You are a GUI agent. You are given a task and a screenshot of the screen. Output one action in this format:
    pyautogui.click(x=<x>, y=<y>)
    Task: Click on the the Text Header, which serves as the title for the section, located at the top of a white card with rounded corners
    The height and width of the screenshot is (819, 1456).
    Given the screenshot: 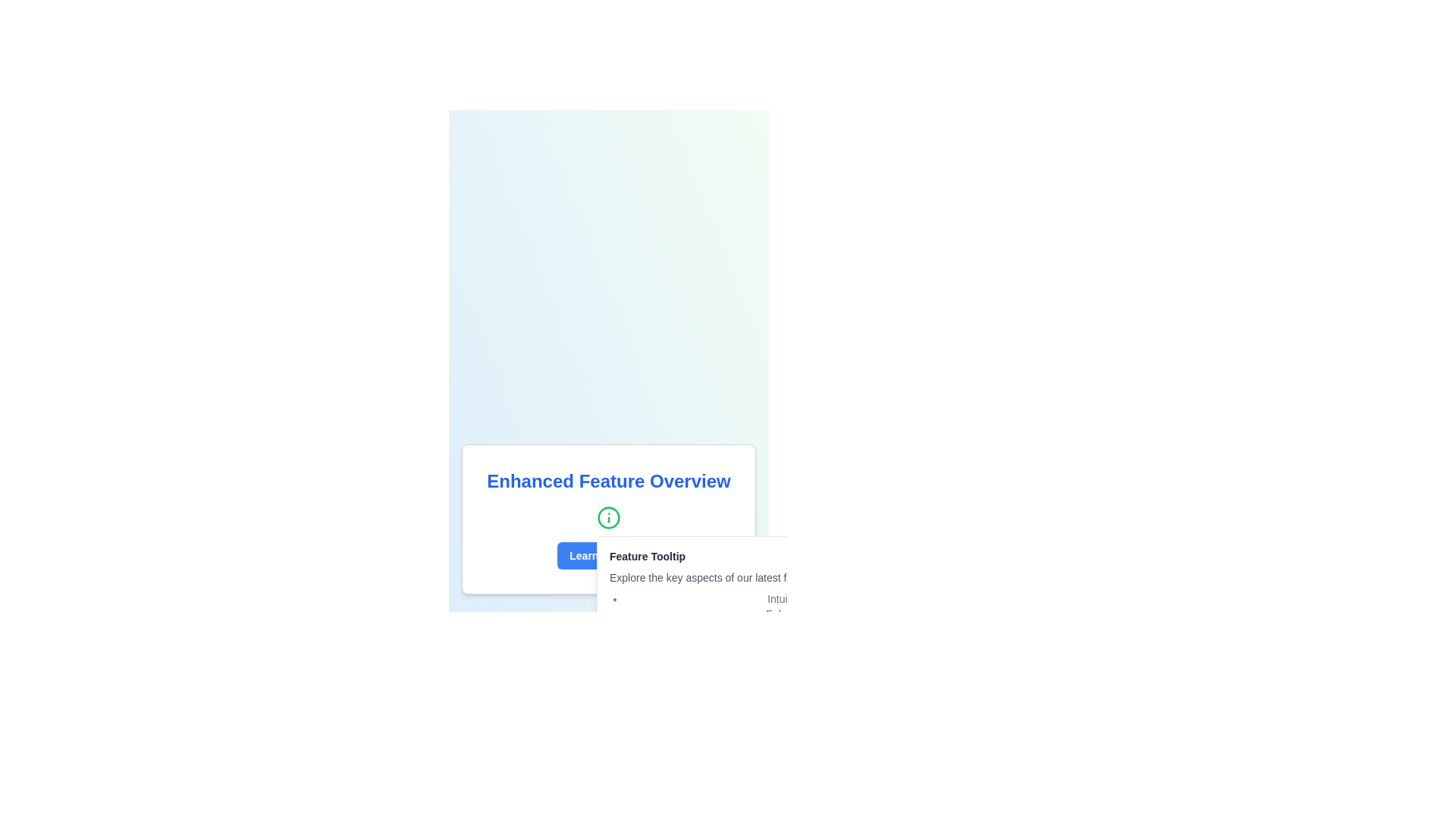 What is the action you would take?
    pyautogui.click(x=608, y=482)
    